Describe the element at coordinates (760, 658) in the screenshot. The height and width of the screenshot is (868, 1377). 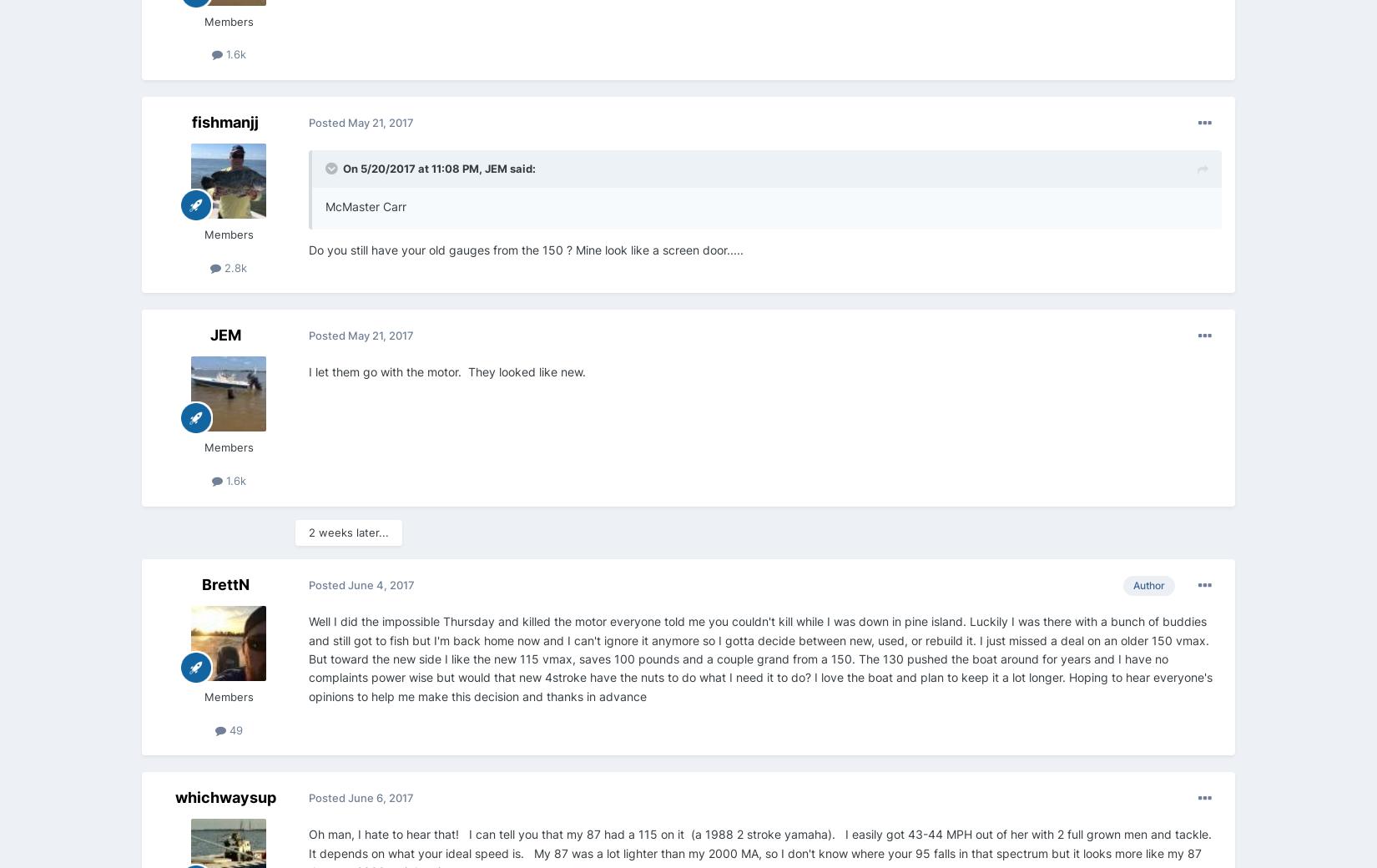
I see `'Well I did the impossible Thursday and killed the motor everyone told me you couldn't kill while I was down in pine island. Luckily I was there with a bunch of buddies and still got to fish but I'm back home now and I can't ignore it anymore so I gotta decide between new, used, or rebuild it. I just missed a deal on an older 150 vmax. But toward the new side I like the new 115 vmax, saves 100 pounds and a couple grand from a 150. The 130 pushed the boat around for years and I have no complaints power wise but would that new 4stroke have the nuts to do what I need it to do? I love the boat and plan to keep it a lot longer. Hoping to hear everyone's opinions to help me make this decision and thanks in advance'` at that location.